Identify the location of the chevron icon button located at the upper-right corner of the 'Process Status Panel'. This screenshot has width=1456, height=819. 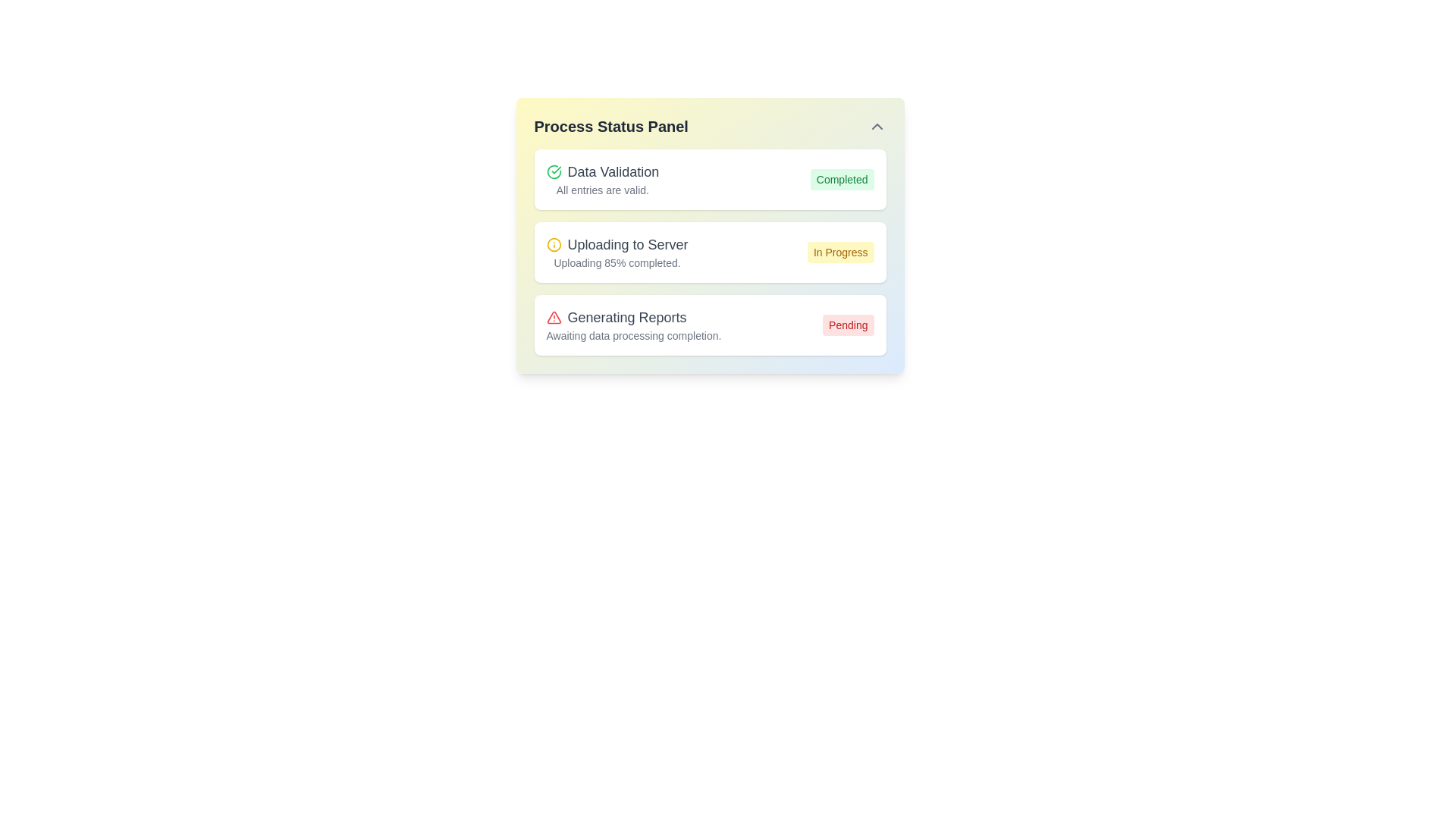
(877, 125).